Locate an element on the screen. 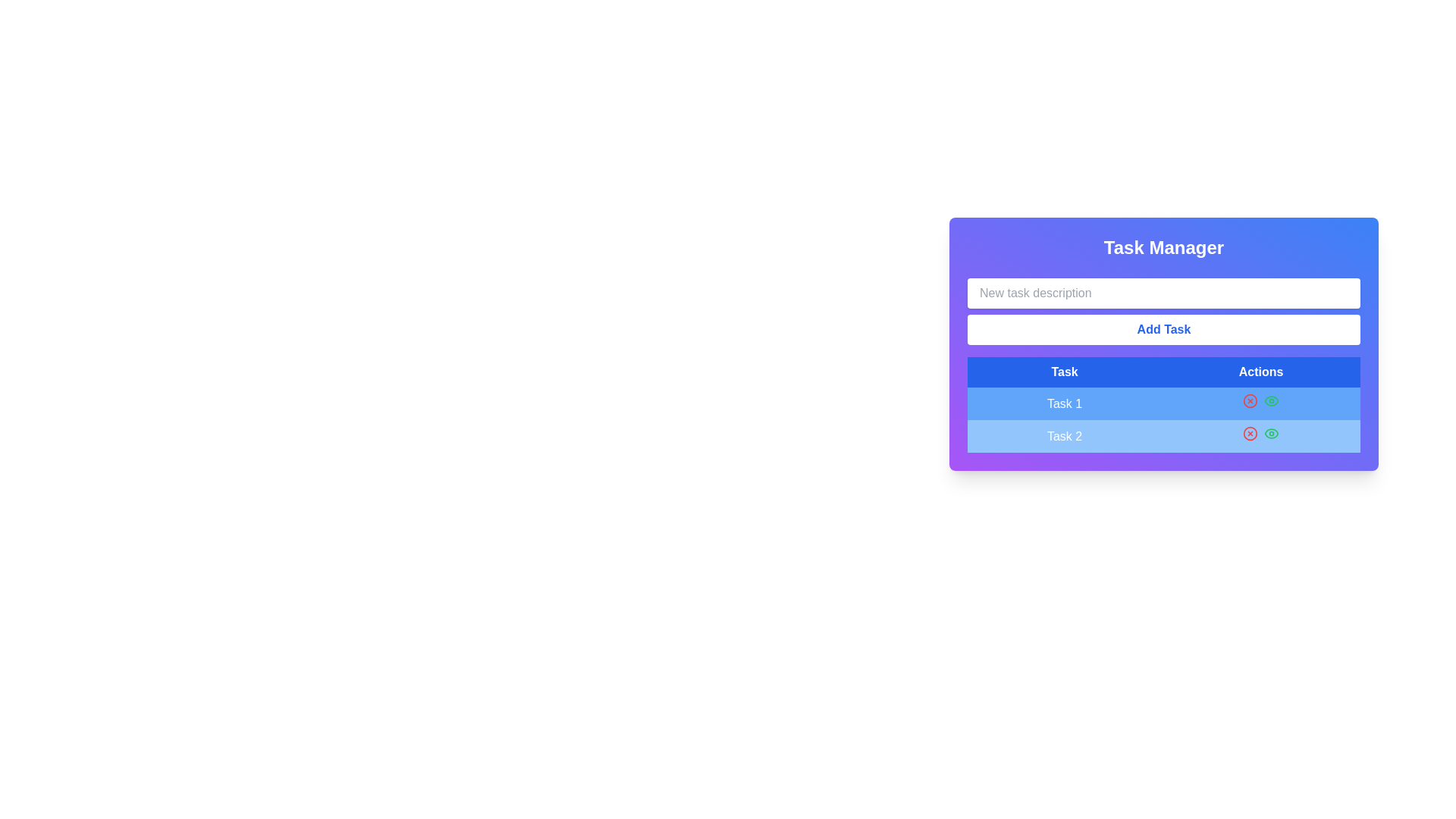  the delete button located in the 'Actions' column of the first row in the task table, positioned next to the green eye icon is located at coordinates (1250, 400).